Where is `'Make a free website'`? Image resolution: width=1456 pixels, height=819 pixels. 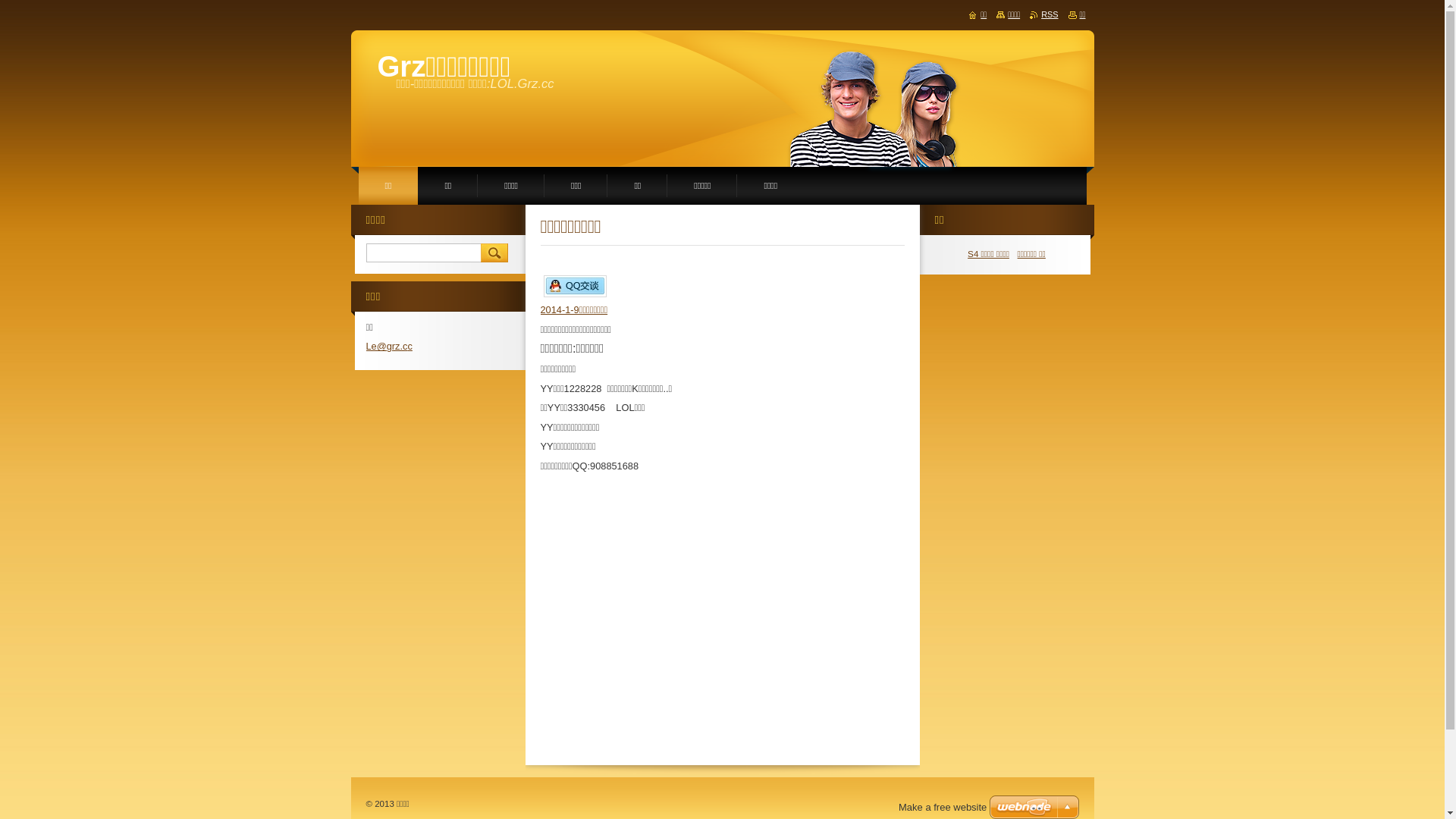
'Make a free website' is located at coordinates (942, 806).